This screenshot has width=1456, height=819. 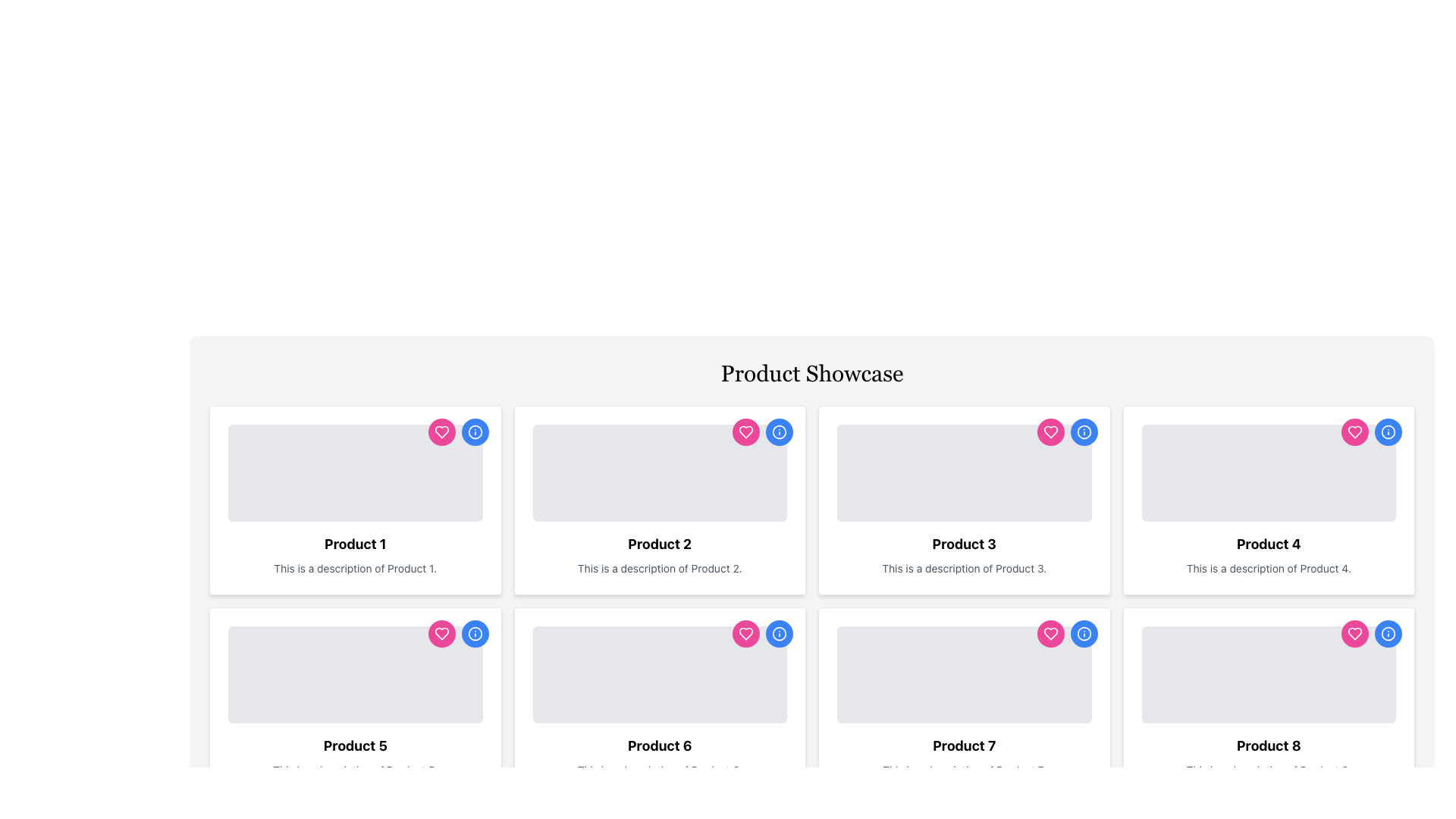 What do you see at coordinates (474, 432) in the screenshot?
I see `the circular blue button with an 'i' icon located in the top-right corner of the 'Product 1' card` at bounding box center [474, 432].